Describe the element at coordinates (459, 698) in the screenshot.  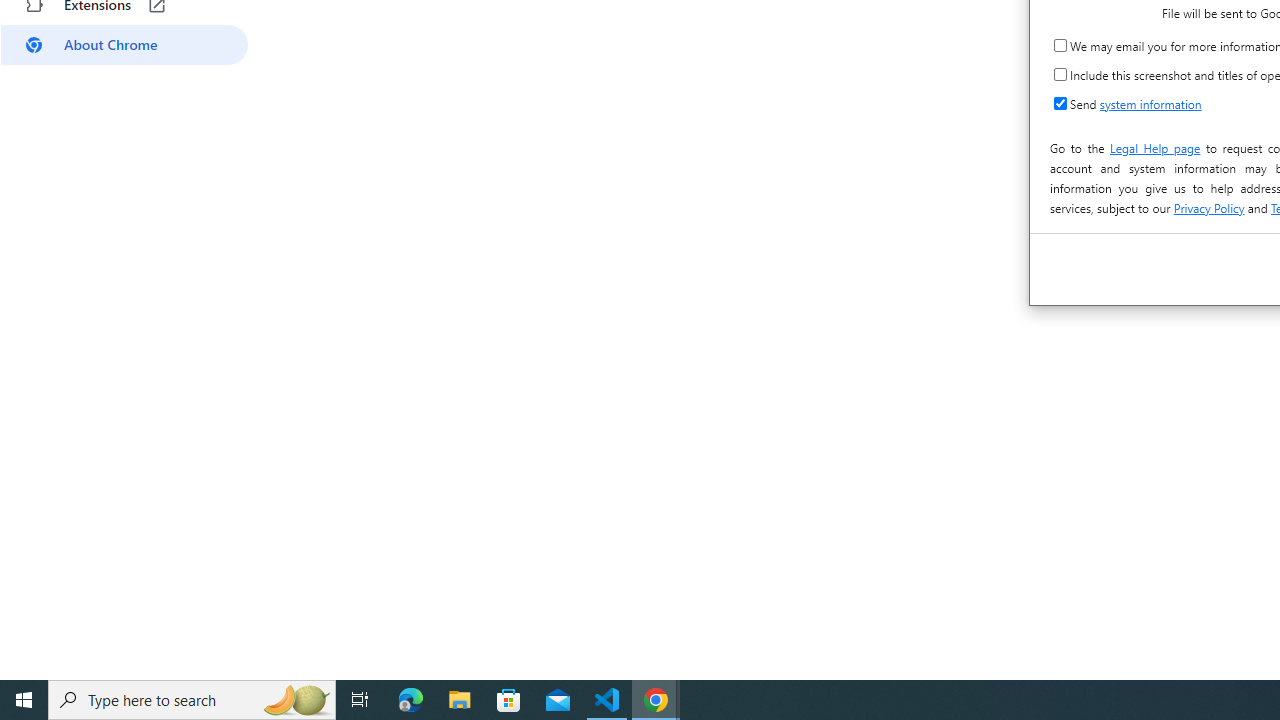
I see `'File Explorer'` at that location.